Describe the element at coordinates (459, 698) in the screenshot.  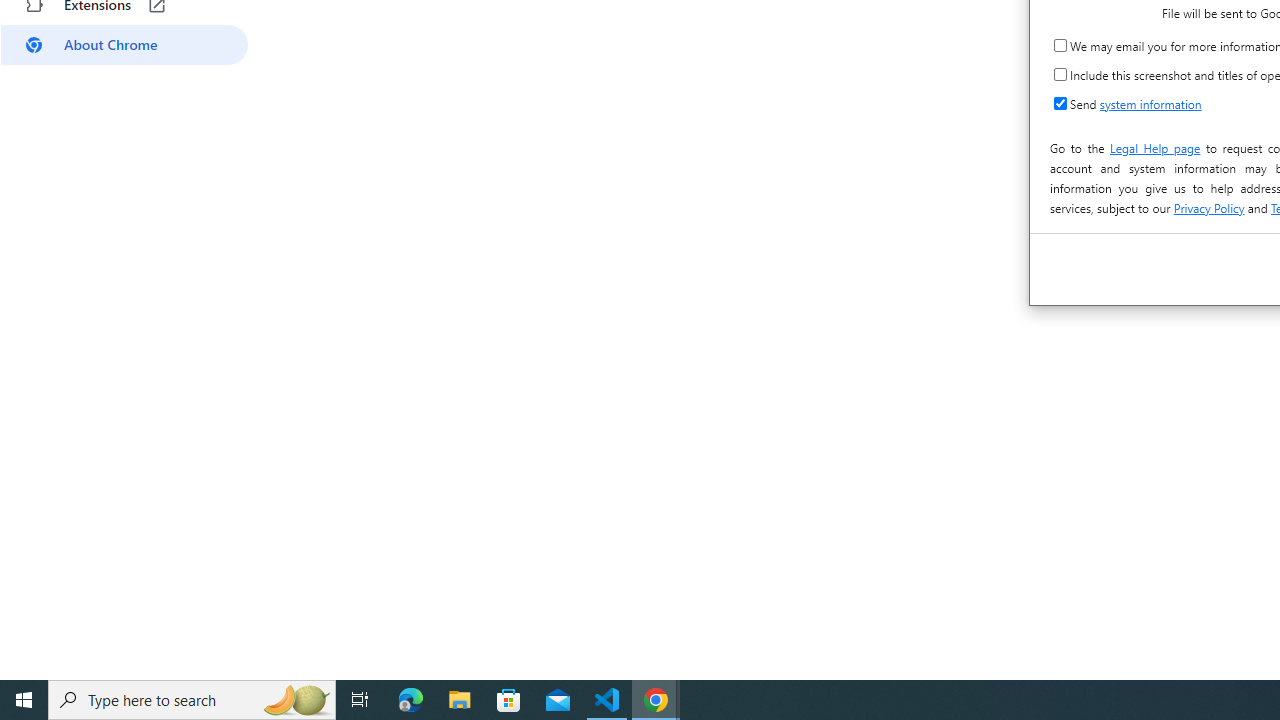
I see `'File Explorer'` at that location.